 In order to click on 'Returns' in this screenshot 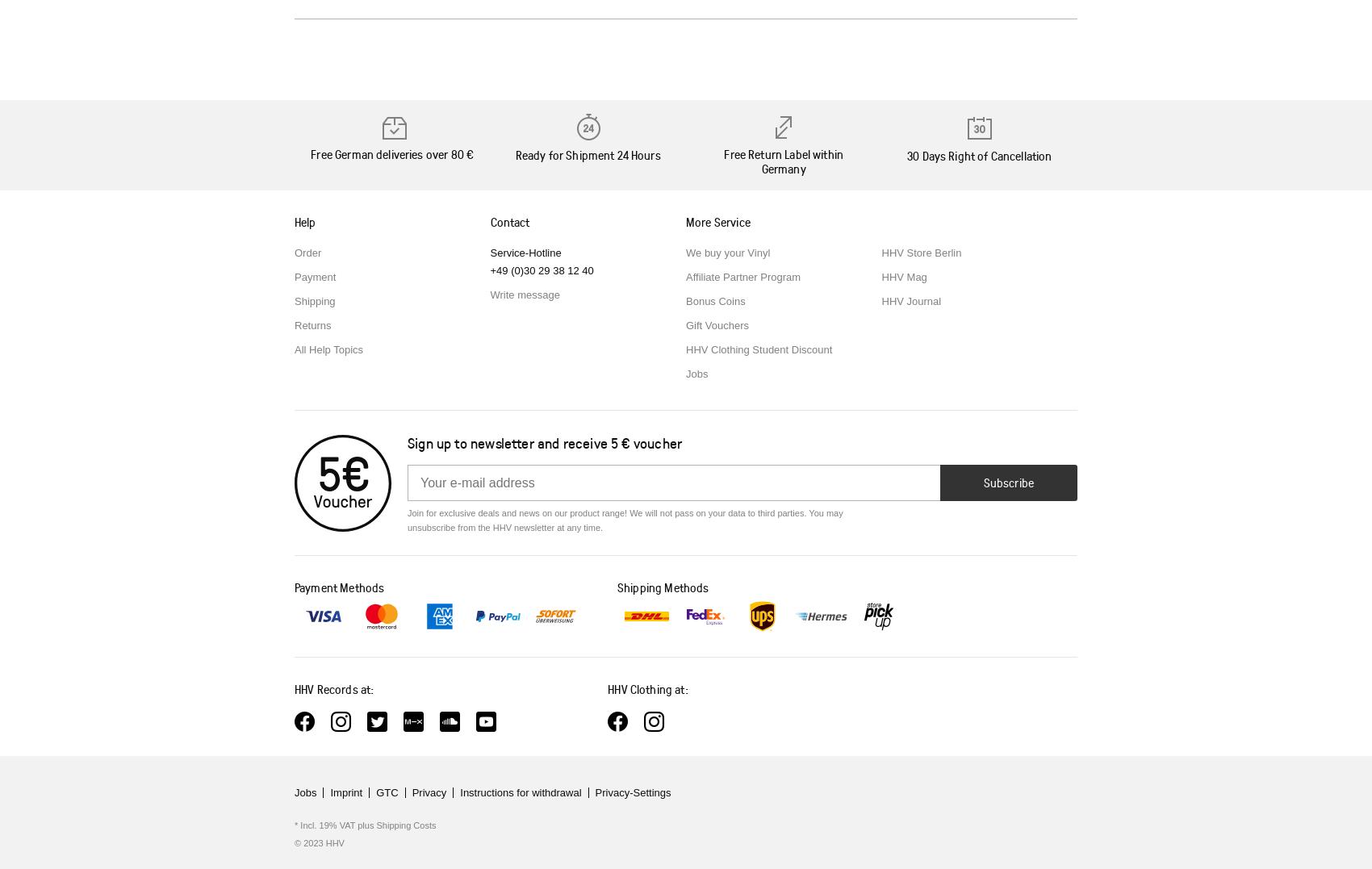, I will do `click(312, 325)`.